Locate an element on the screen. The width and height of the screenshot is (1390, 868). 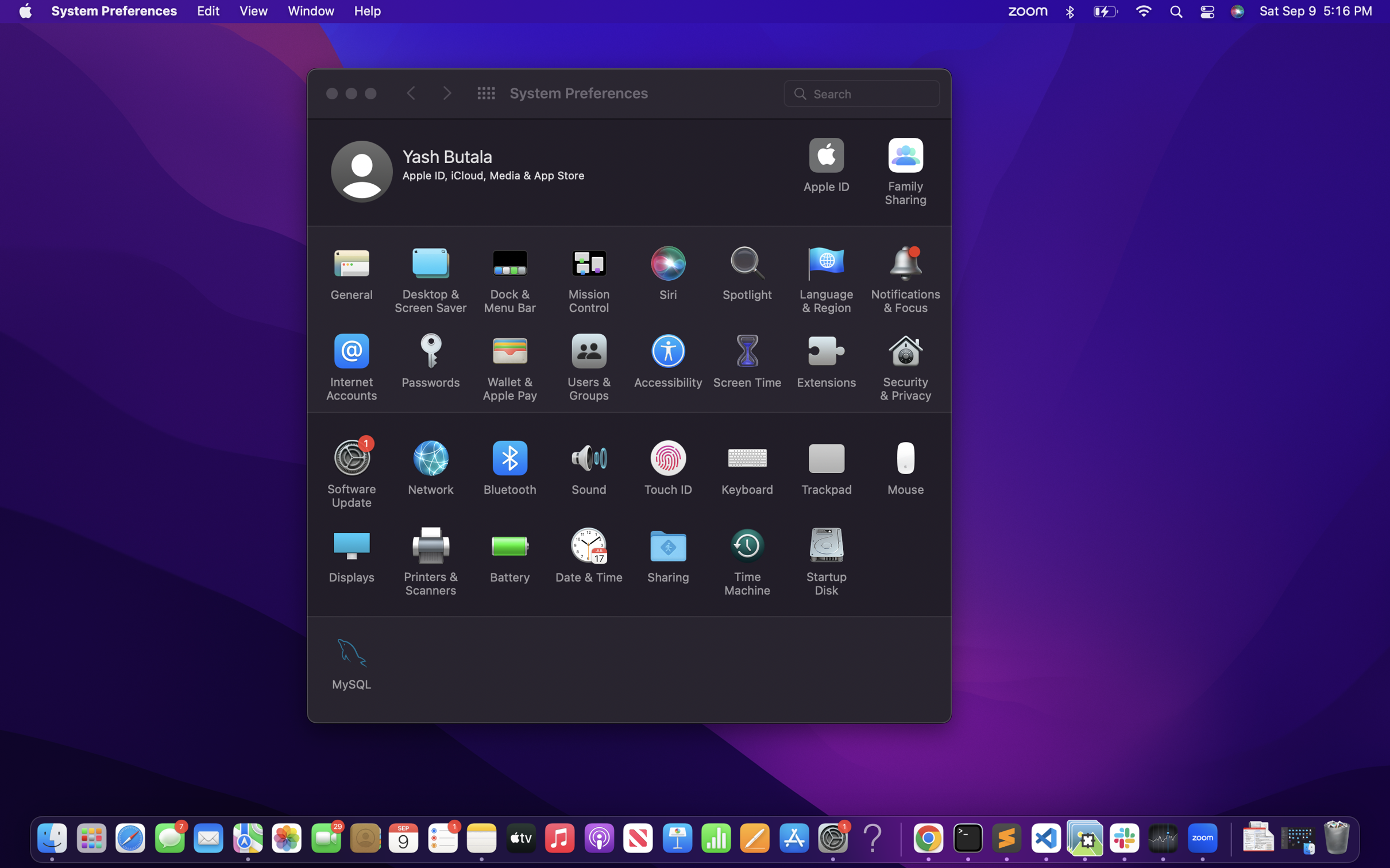
the subsequent page in system preferences is located at coordinates (447, 93).